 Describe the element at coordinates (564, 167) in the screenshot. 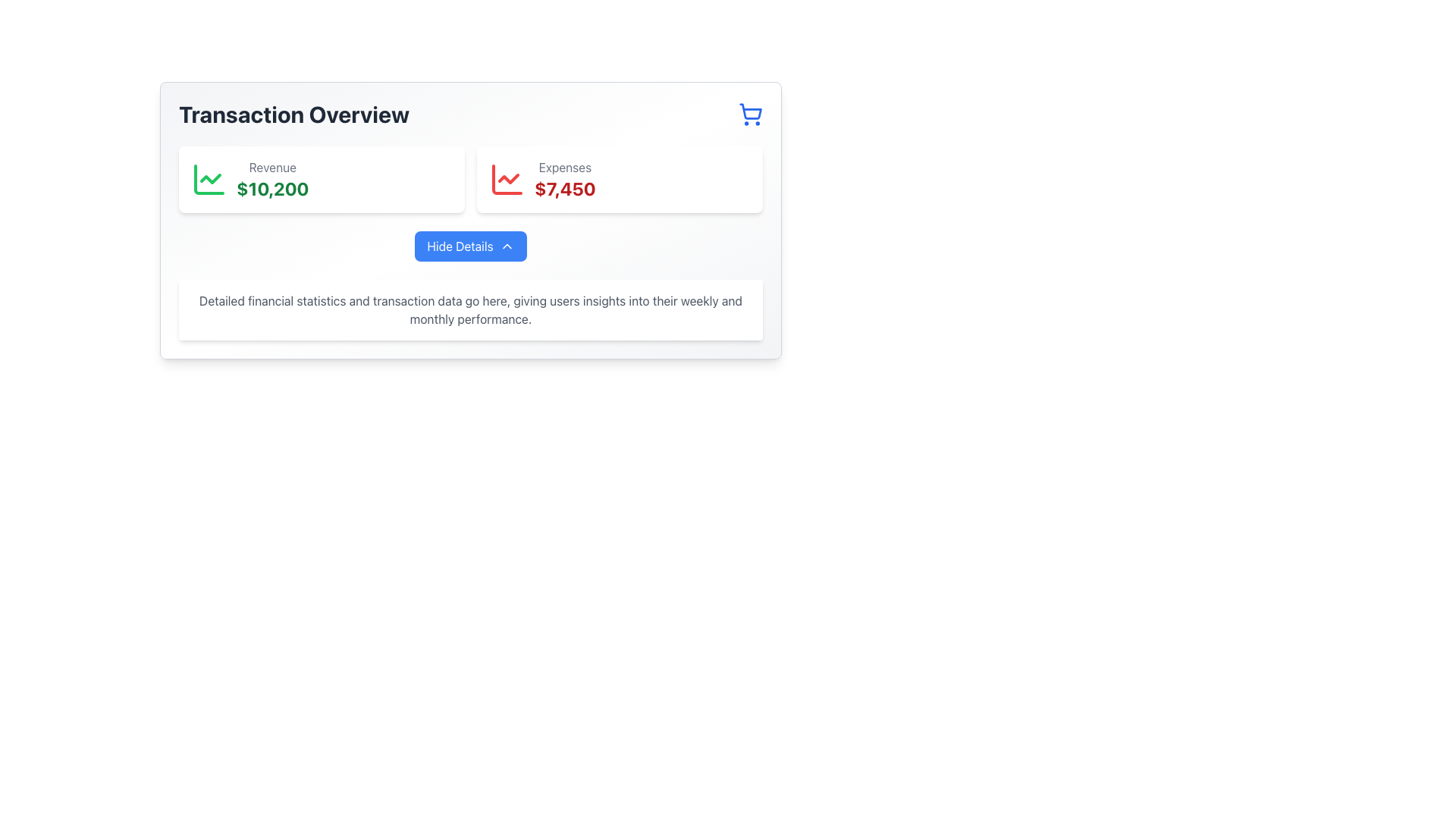

I see `the 'Expenses' text label displayed in light gray color, positioned above the numeric value '$7,450' on the financial data card` at that location.